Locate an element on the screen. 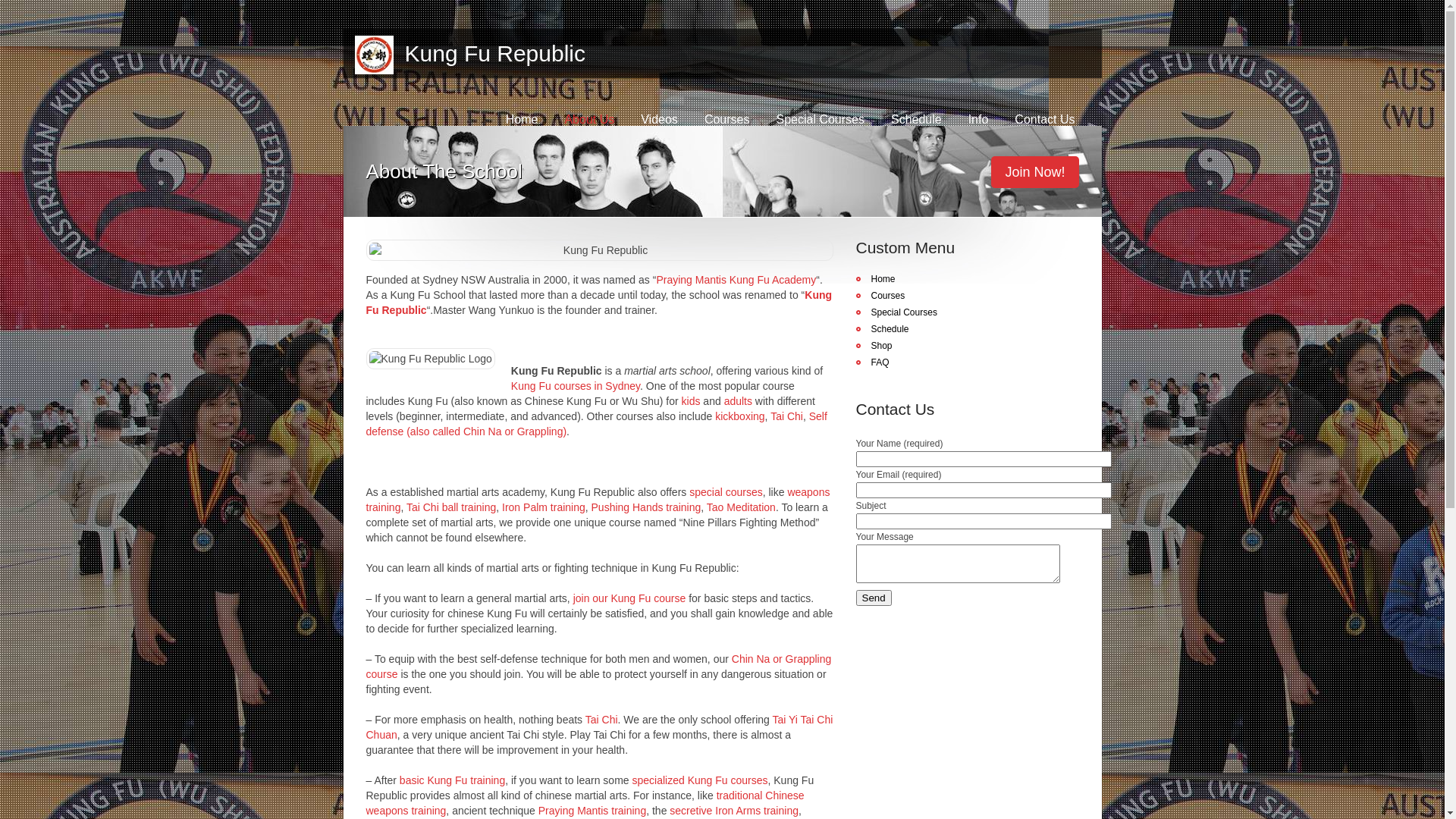 The height and width of the screenshot is (819, 1456). 'Praying Mantis training' is located at coordinates (538, 809).